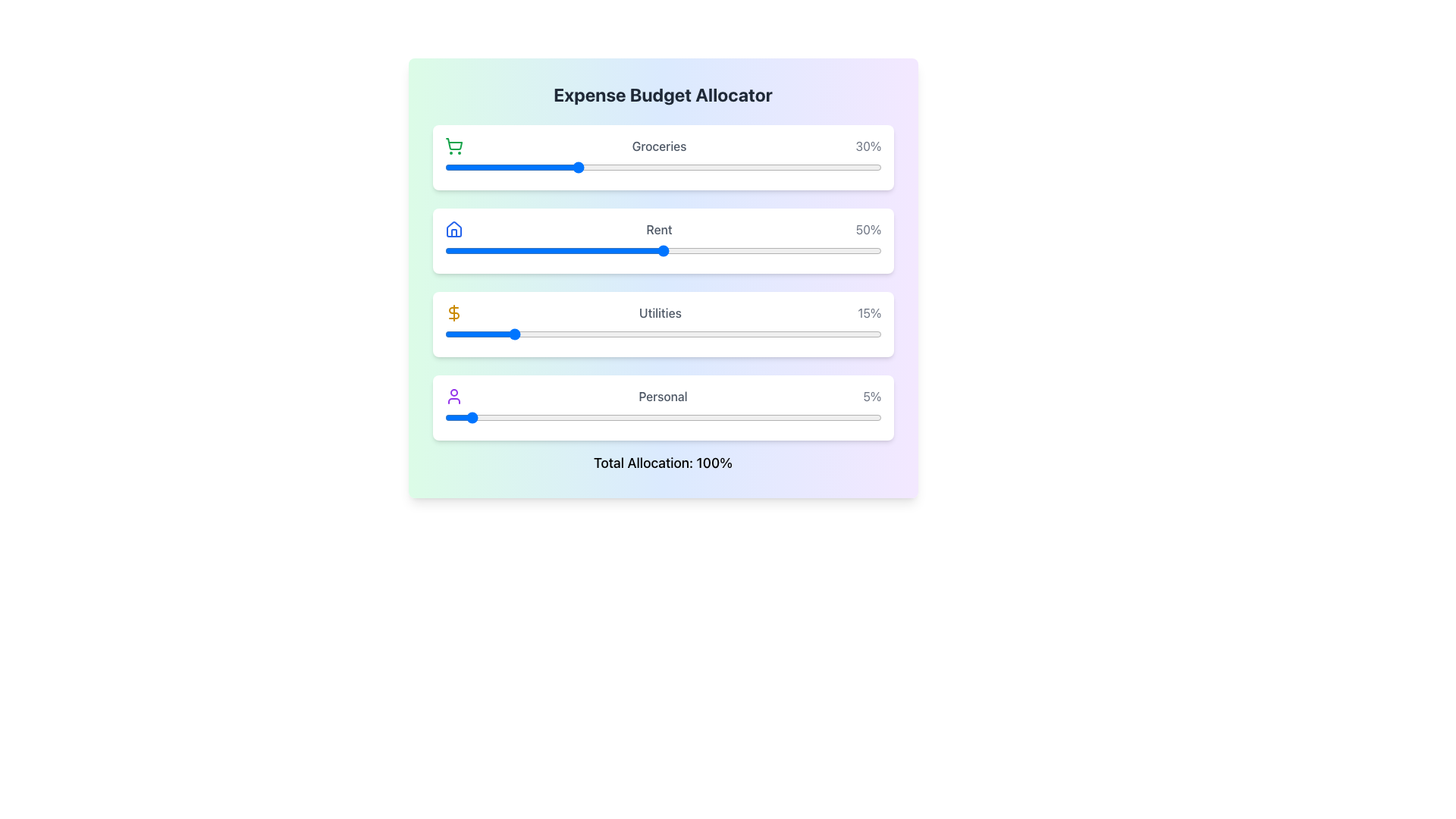 The width and height of the screenshot is (1456, 819). Describe the element at coordinates (663, 250) in the screenshot. I see `the range slider located in the 'Rent' category section below the 'Rent' text and '50%' percentage` at that location.